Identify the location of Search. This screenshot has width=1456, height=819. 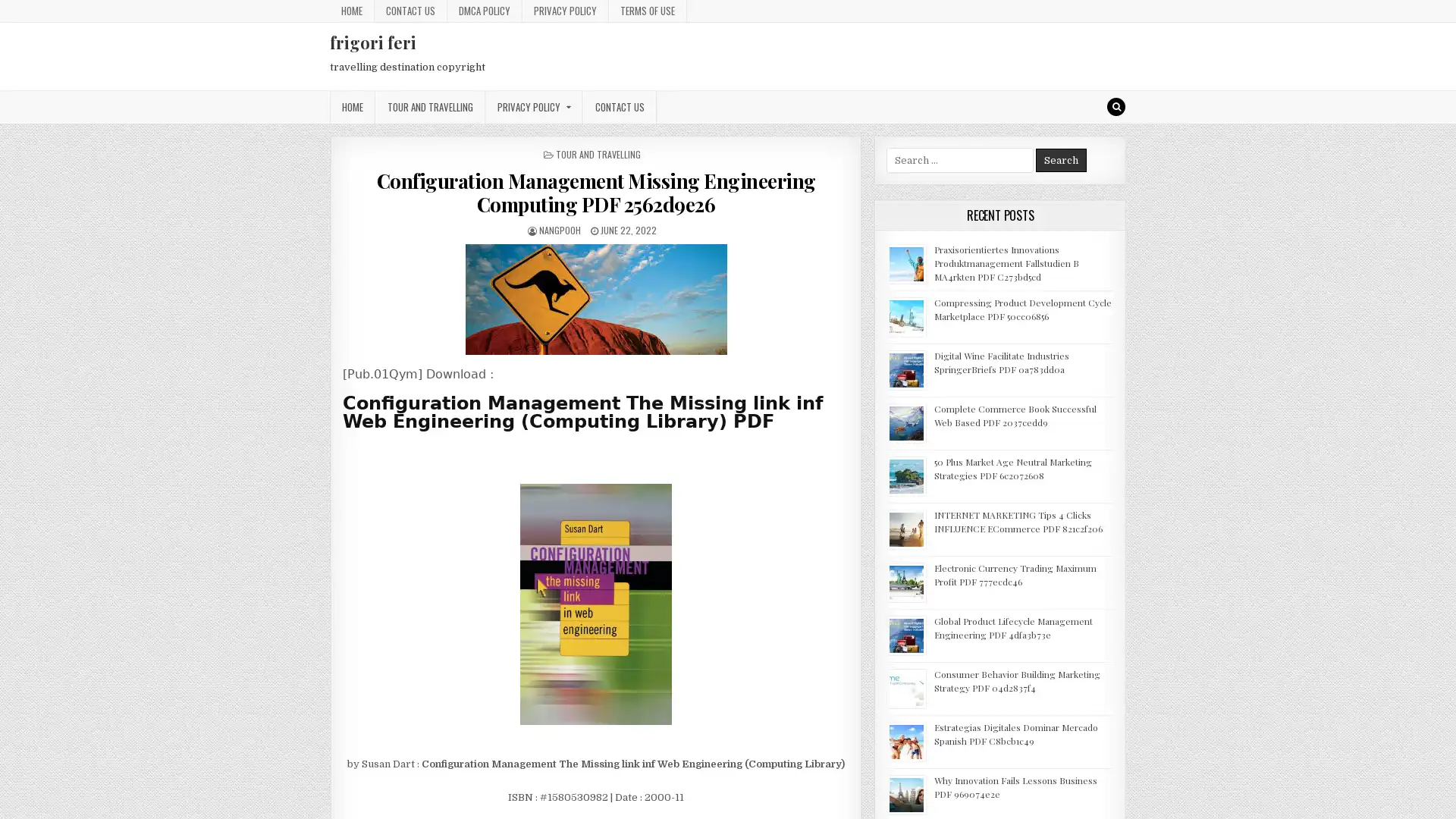
(1060, 160).